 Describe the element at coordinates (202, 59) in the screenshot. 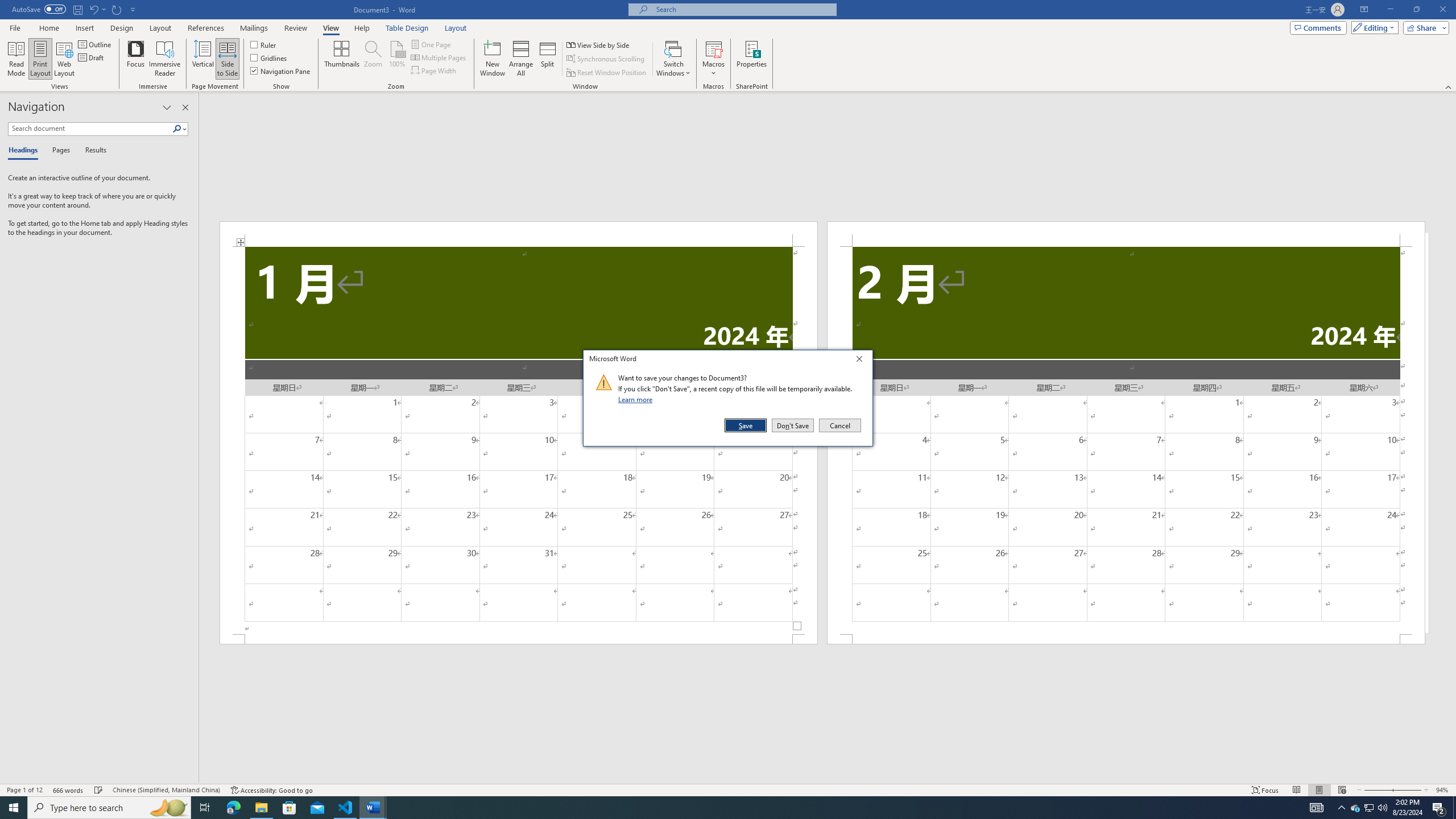

I see `'Vertical'` at that location.